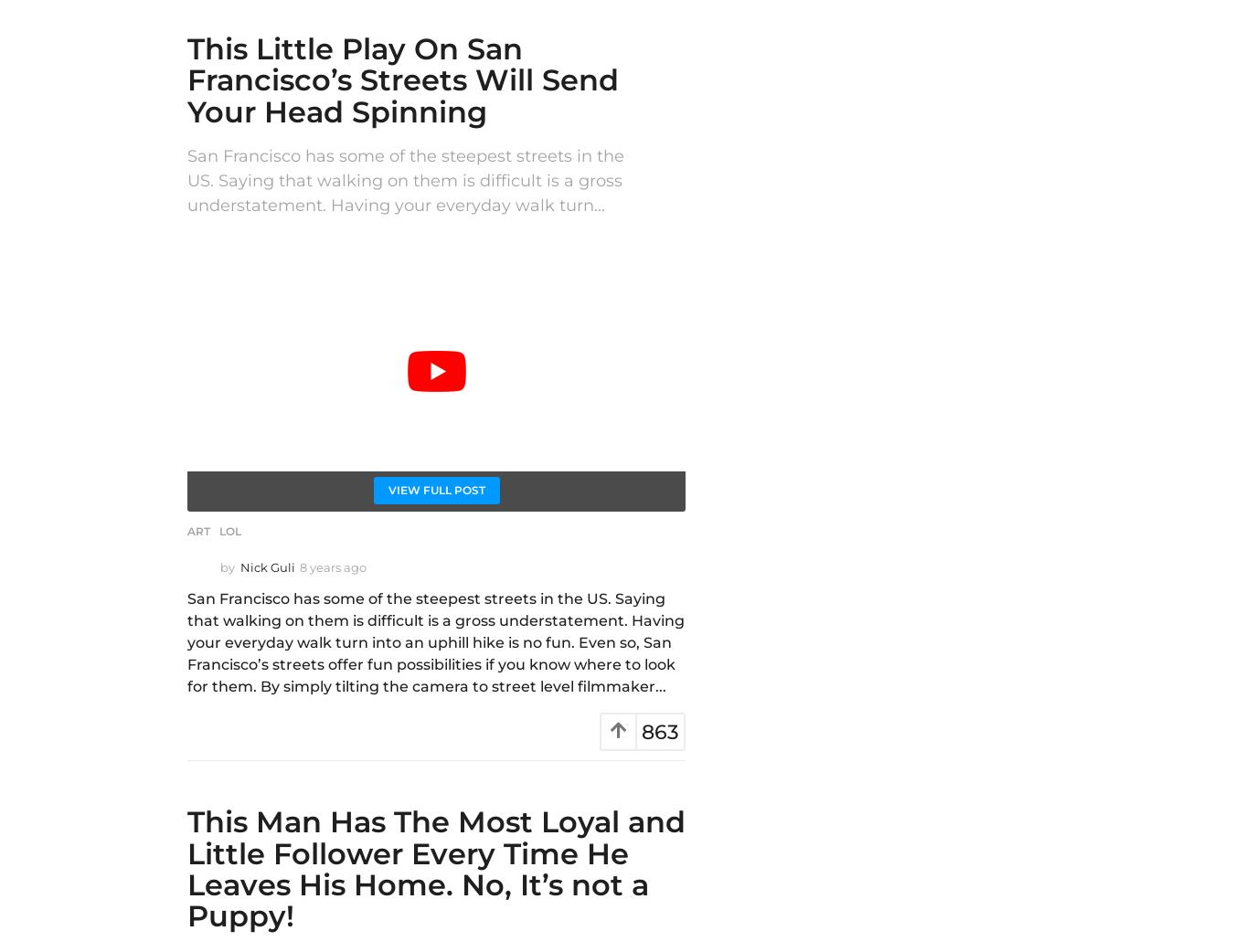  Describe the element at coordinates (435, 868) in the screenshot. I see `'This Man Has The Most Loyal and Little Follower Every Time He Leaves His Home. No, It’s not a Puppy!'` at that location.